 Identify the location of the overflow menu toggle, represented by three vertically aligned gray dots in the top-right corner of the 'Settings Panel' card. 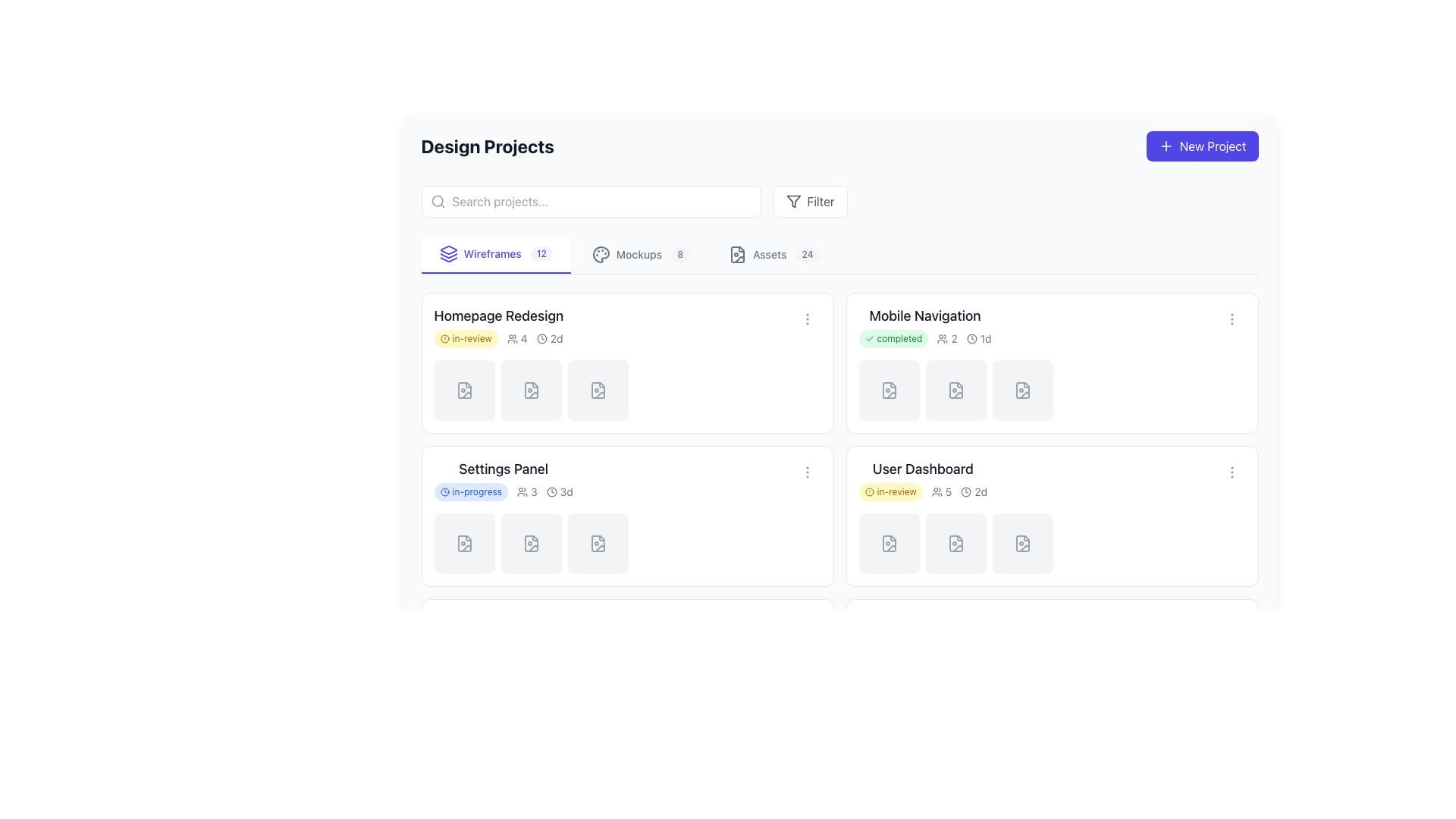
(806, 472).